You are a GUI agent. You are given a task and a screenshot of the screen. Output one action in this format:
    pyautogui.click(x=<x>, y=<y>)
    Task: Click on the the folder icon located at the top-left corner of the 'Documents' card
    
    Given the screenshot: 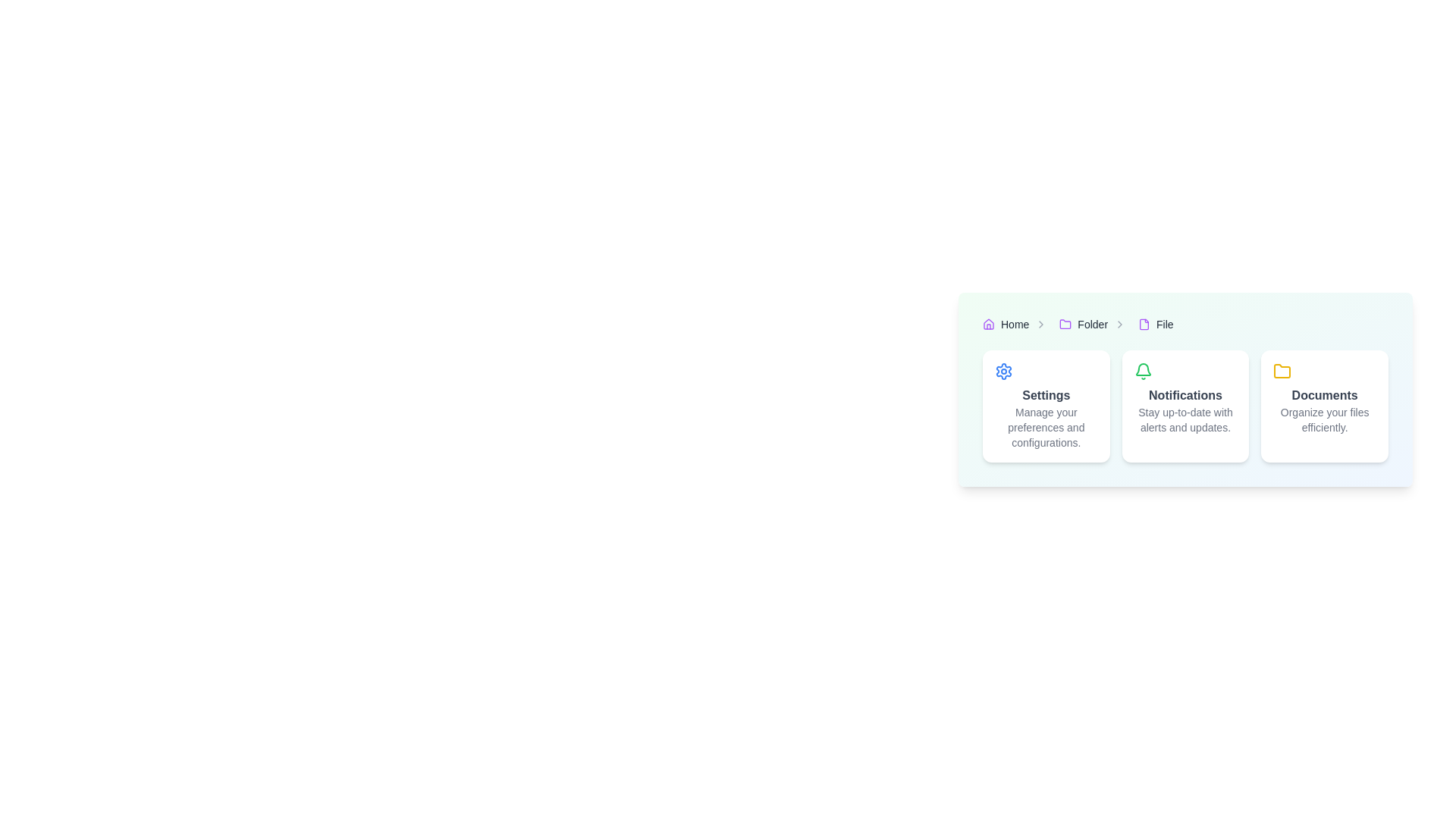 What is the action you would take?
    pyautogui.click(x=1282, y=371)
    